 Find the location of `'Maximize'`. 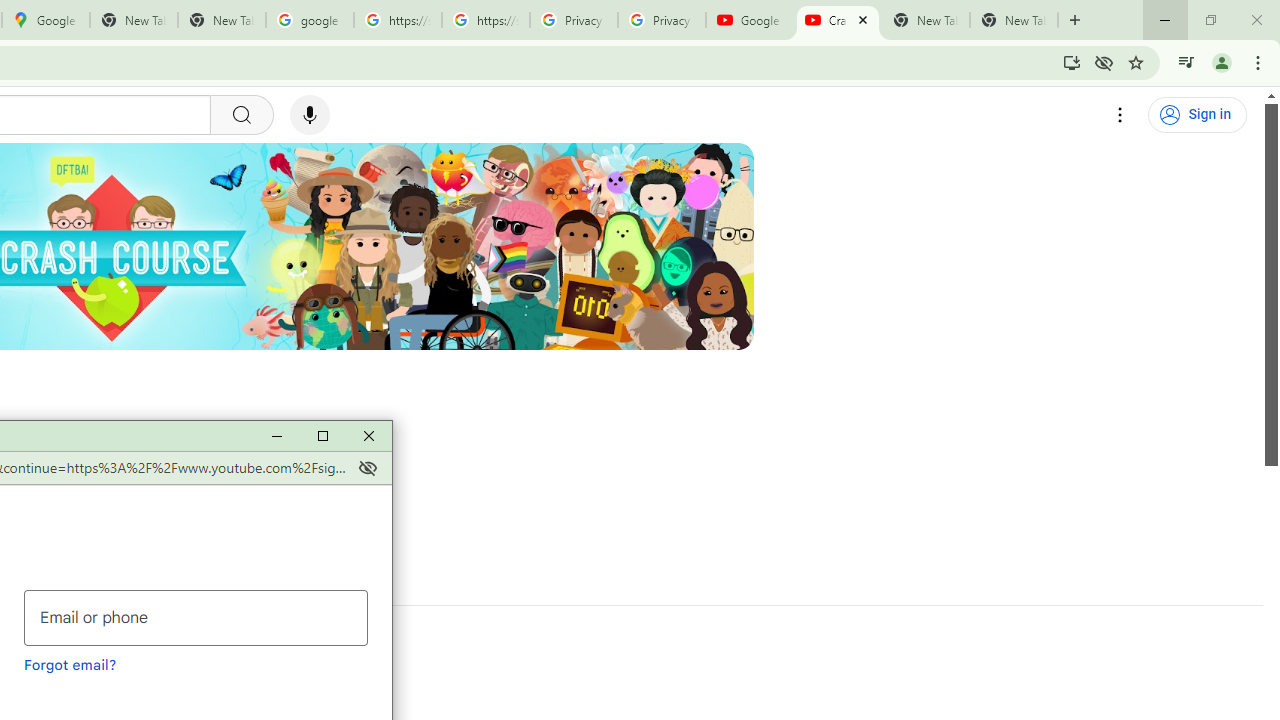

'Maximize' is located at coordinates (322, 435).